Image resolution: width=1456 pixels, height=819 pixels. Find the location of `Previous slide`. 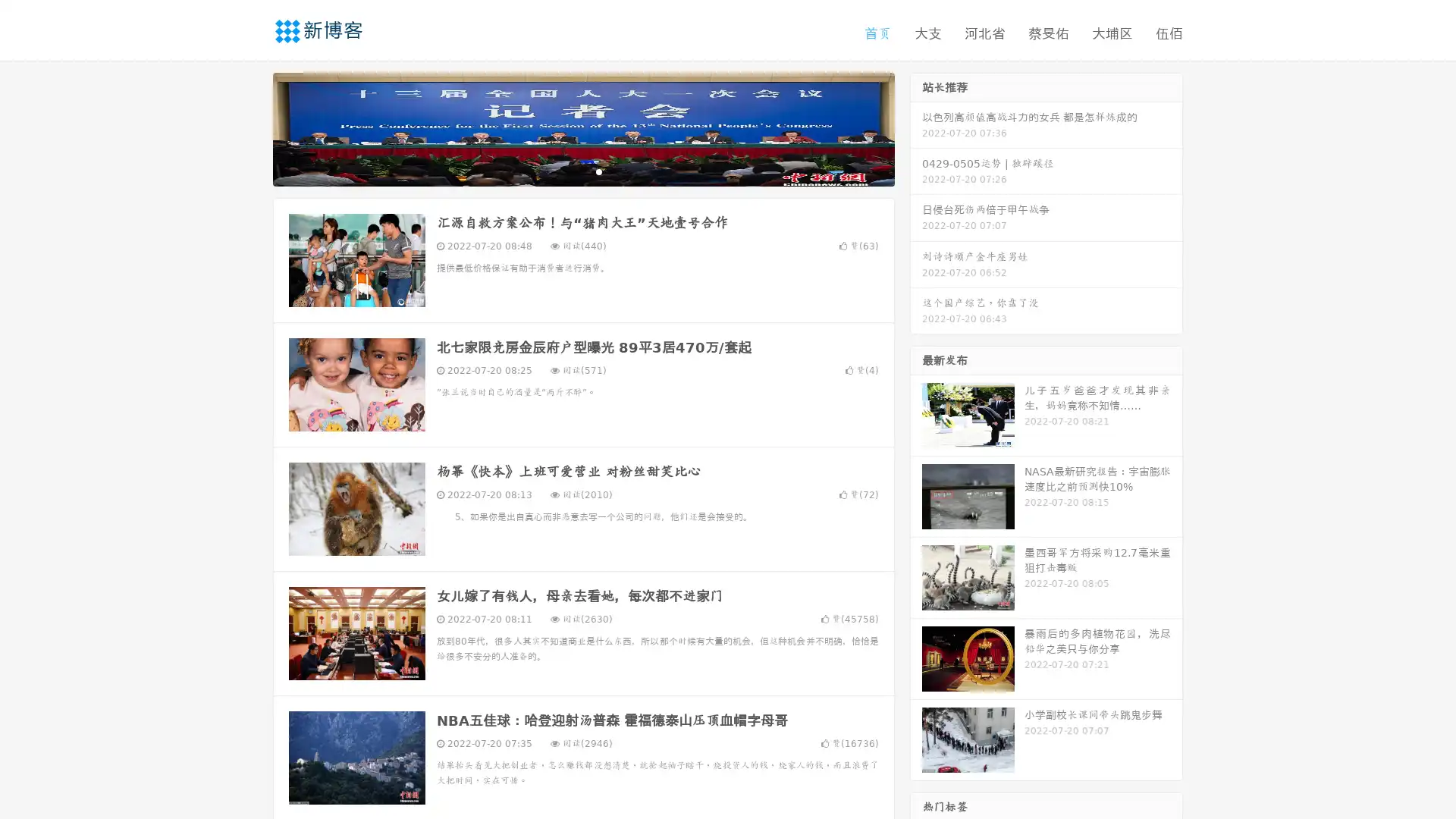

Previous slide is located at coordinates (250, 127).